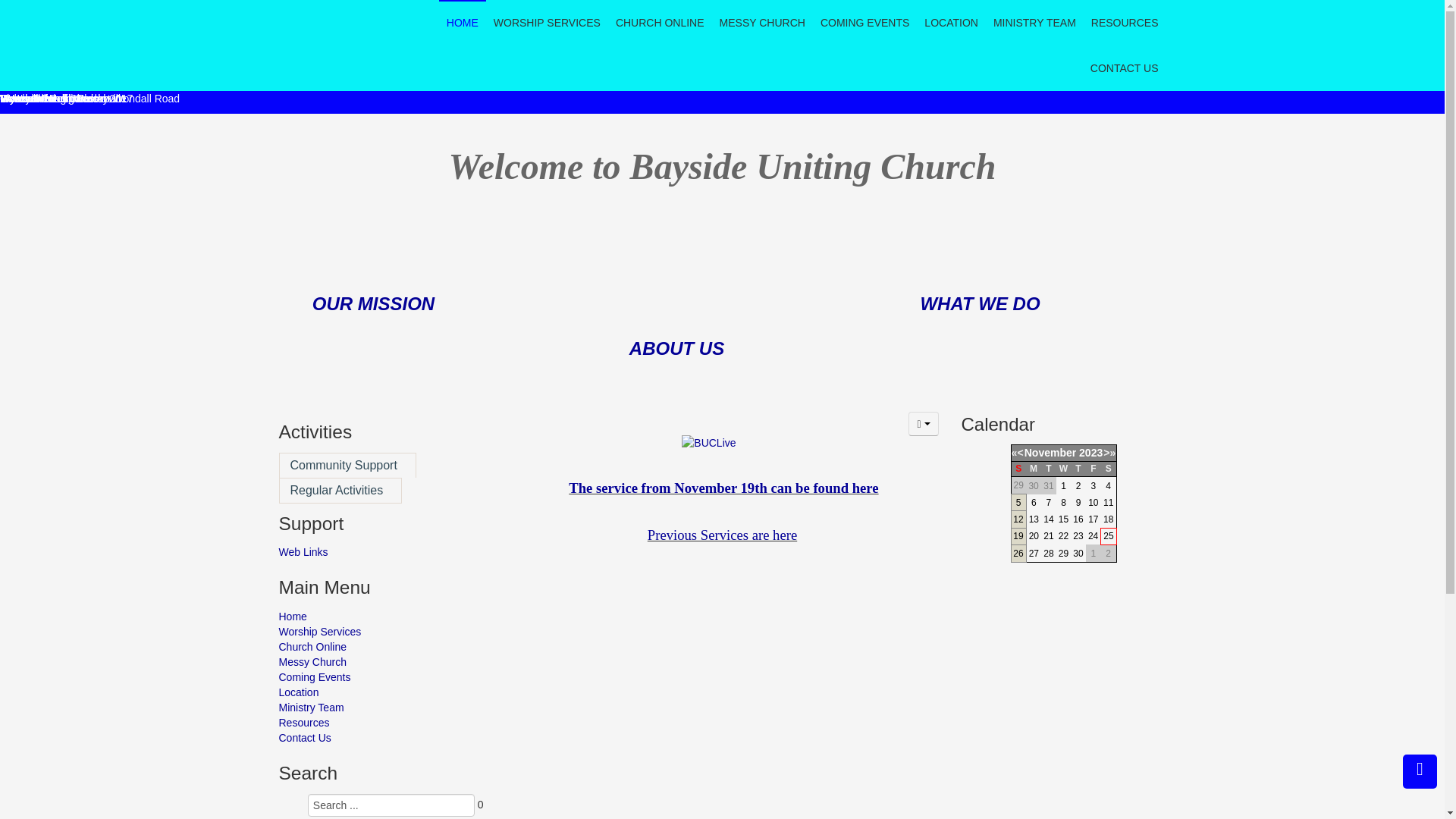 The image size is (1456, 819). I want to click on 'Community Support', so click(347, 464).